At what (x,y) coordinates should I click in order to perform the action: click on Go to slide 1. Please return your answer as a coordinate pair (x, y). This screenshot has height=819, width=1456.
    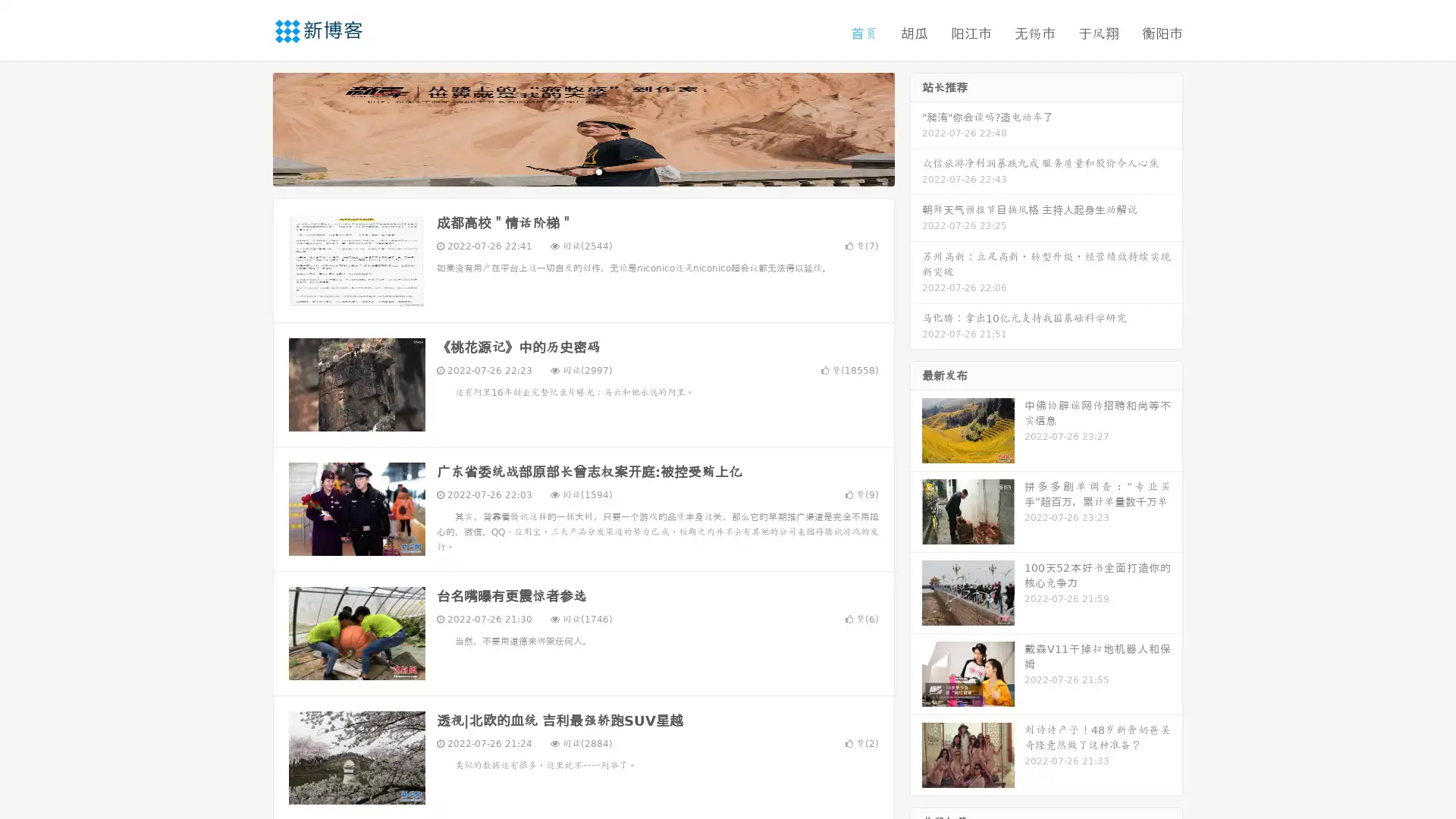
    Looking at the image, I should click on (567, 171).